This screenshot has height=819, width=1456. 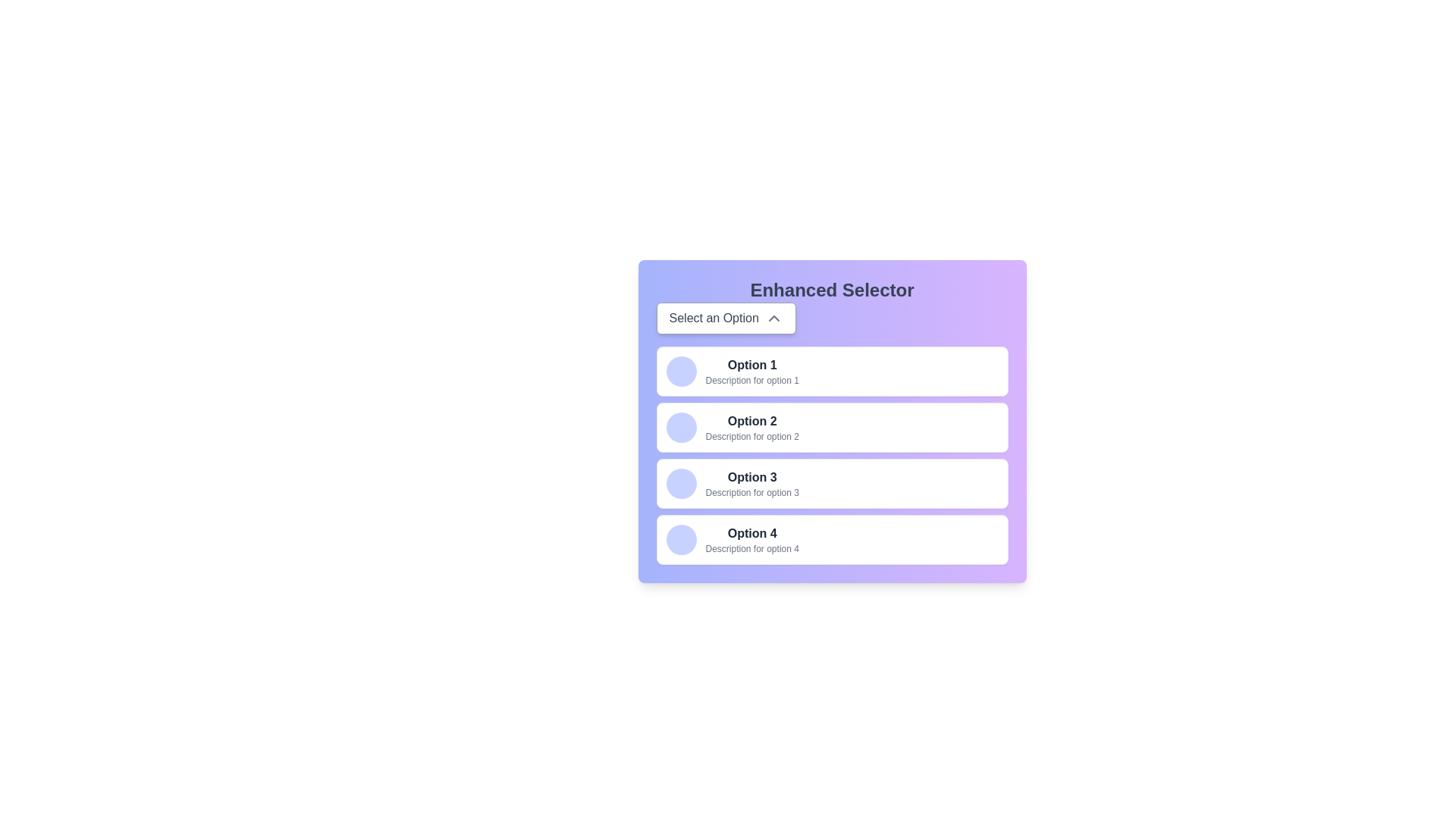 What do you see at coordinates (831, 539) in the screenshot?
I see `to select 'Option 4' from the Card-style selectable list item located at the bottom of the vertical list` at bounding box center [831, 539].